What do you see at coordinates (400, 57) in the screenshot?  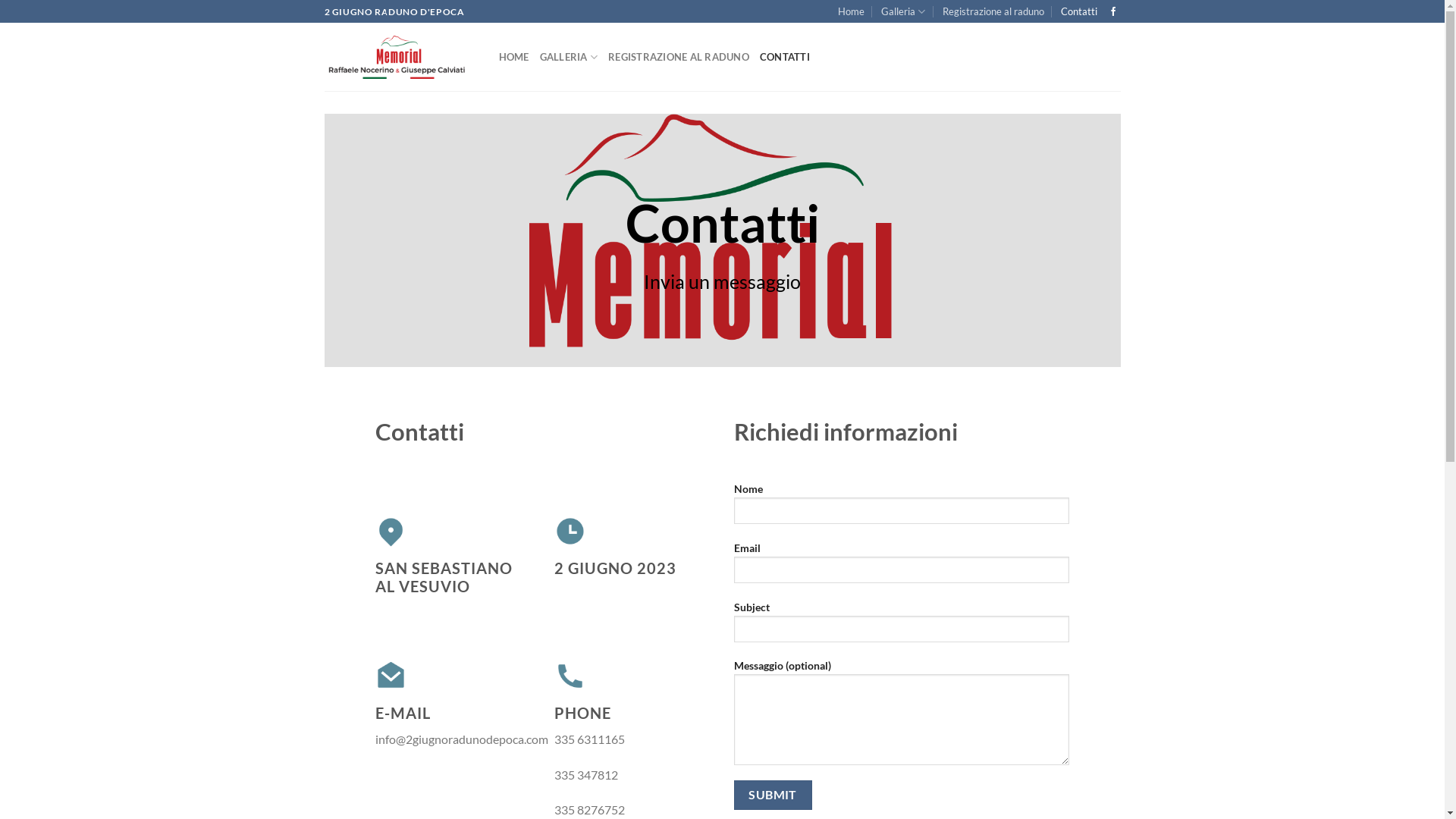 I see `'2GiugnoRadunod'Epoca'` at bounding box center [400, 57].